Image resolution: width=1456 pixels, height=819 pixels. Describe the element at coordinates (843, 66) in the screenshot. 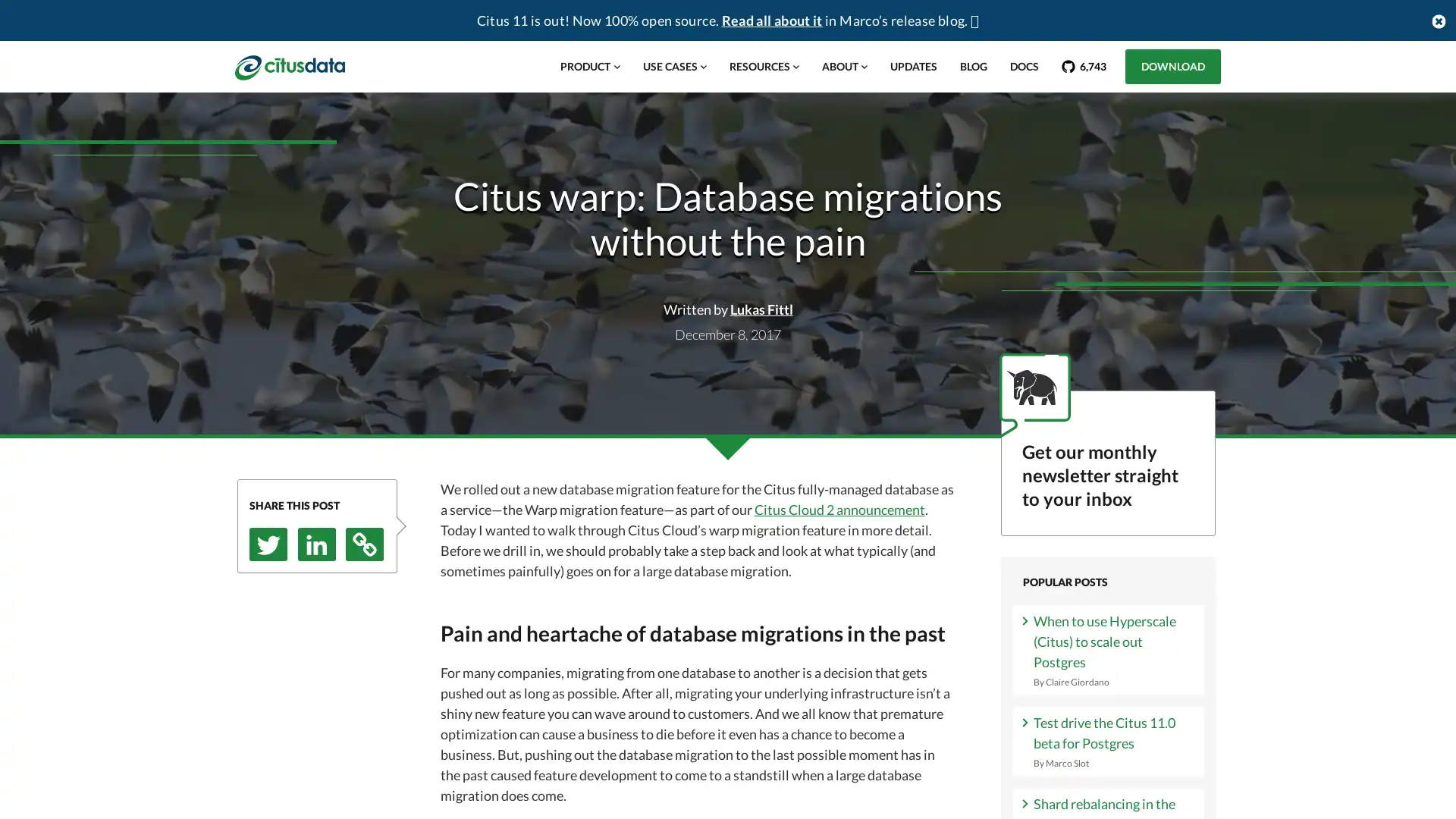

I see `ABOUT` at that location.